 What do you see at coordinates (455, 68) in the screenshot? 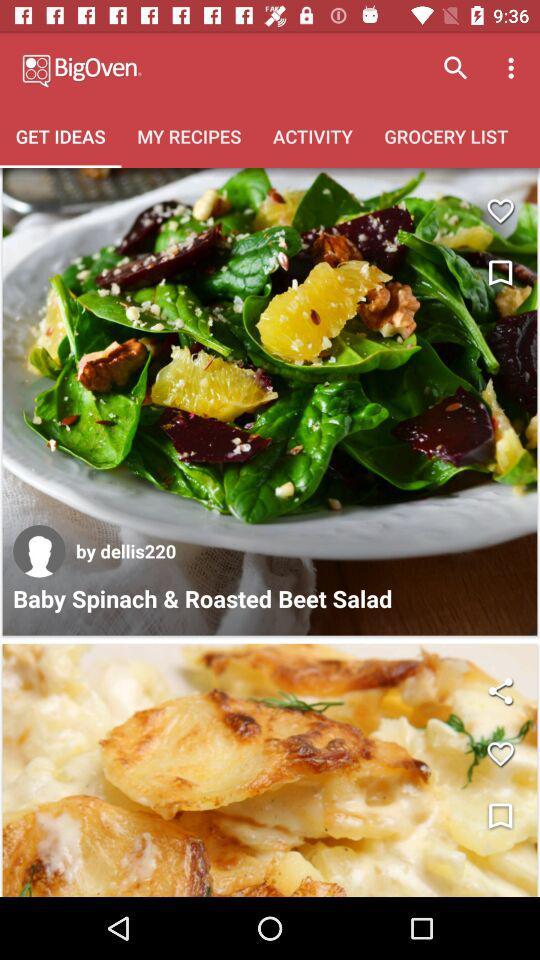
I see `icon above the grocery list` at bounding box center [455, 68].